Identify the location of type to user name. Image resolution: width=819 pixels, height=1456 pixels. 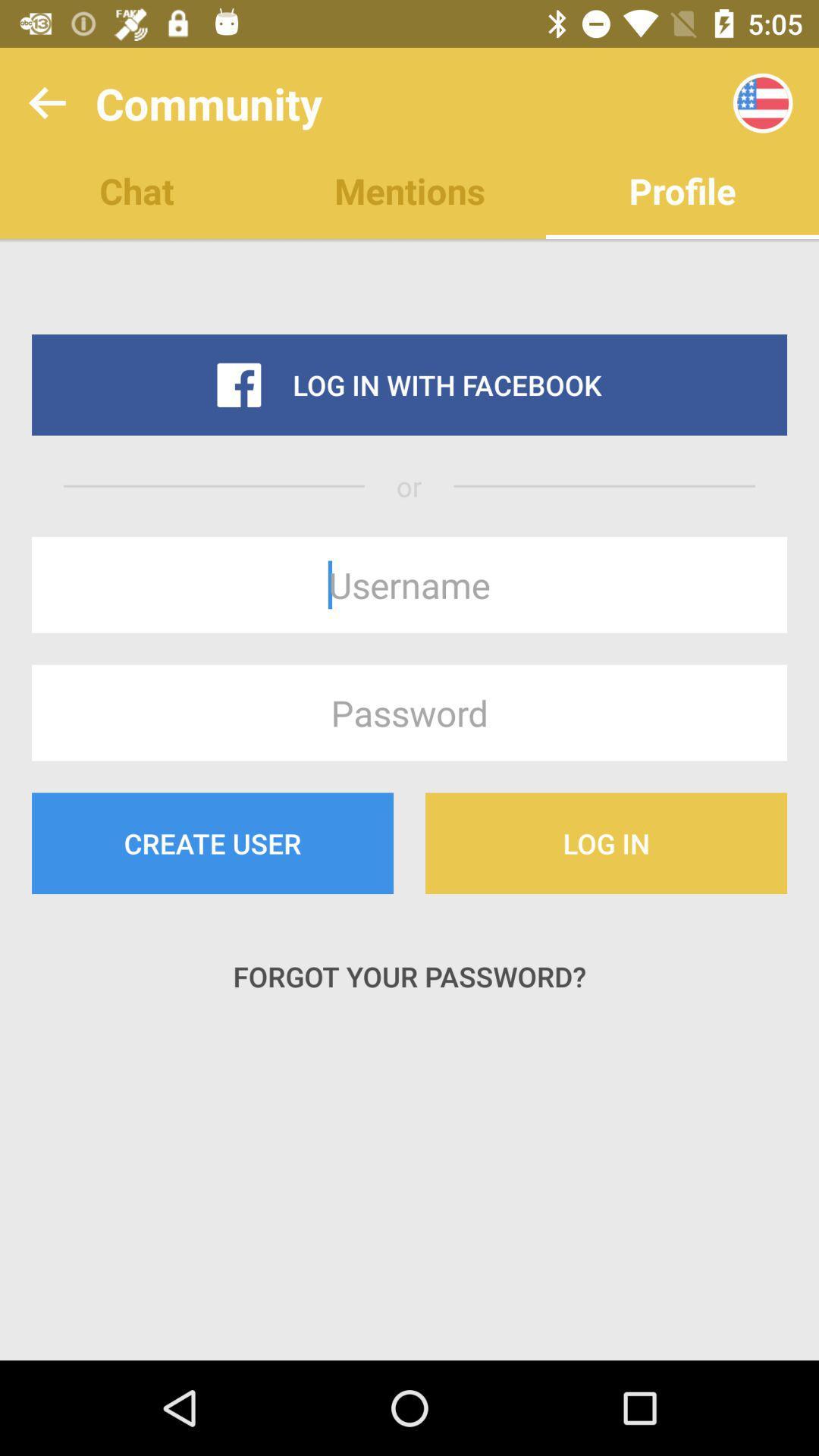
(409, 584).